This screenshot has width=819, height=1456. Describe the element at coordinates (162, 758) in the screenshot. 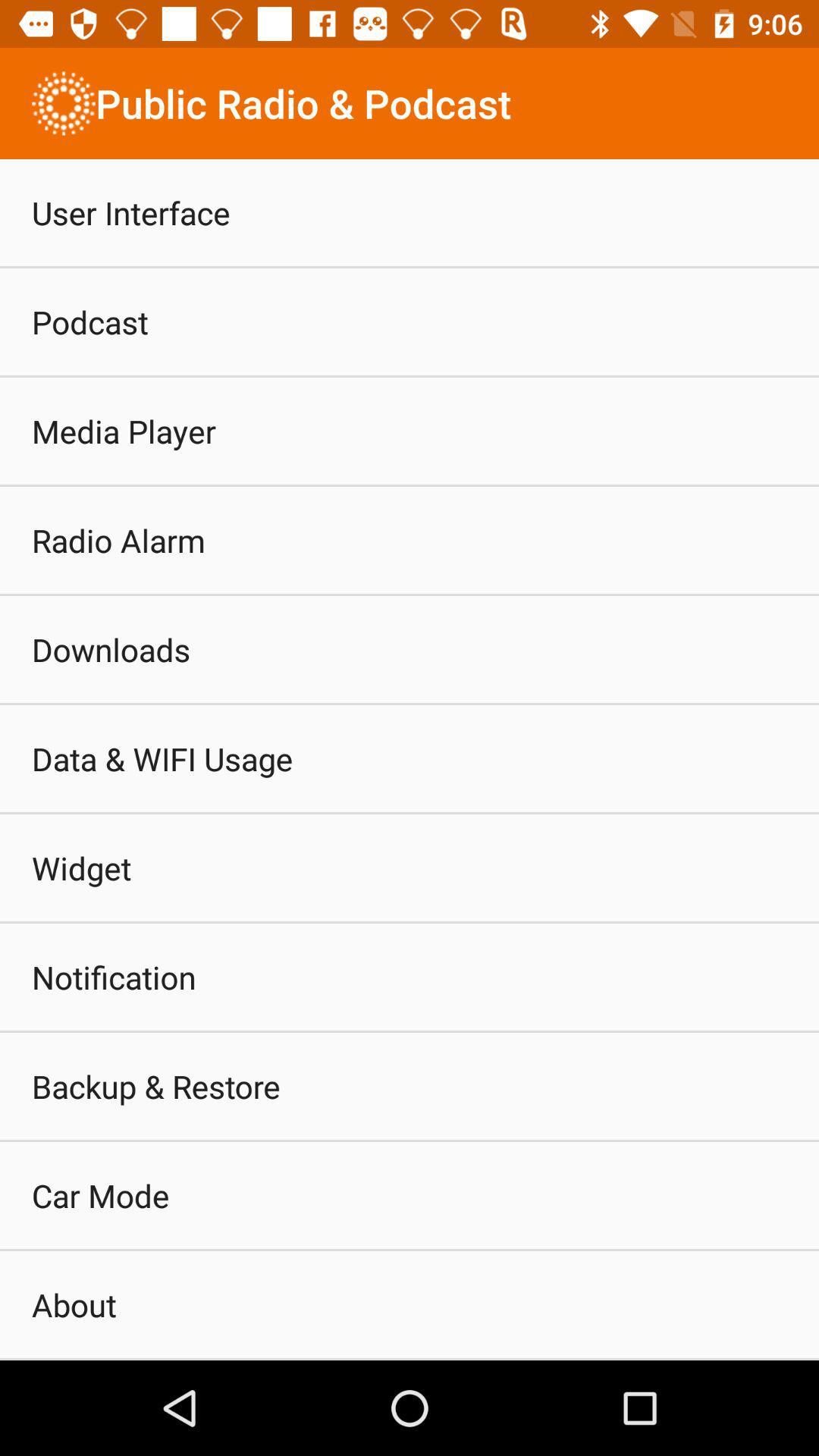

I see `the data & wifi usage item` at that location.